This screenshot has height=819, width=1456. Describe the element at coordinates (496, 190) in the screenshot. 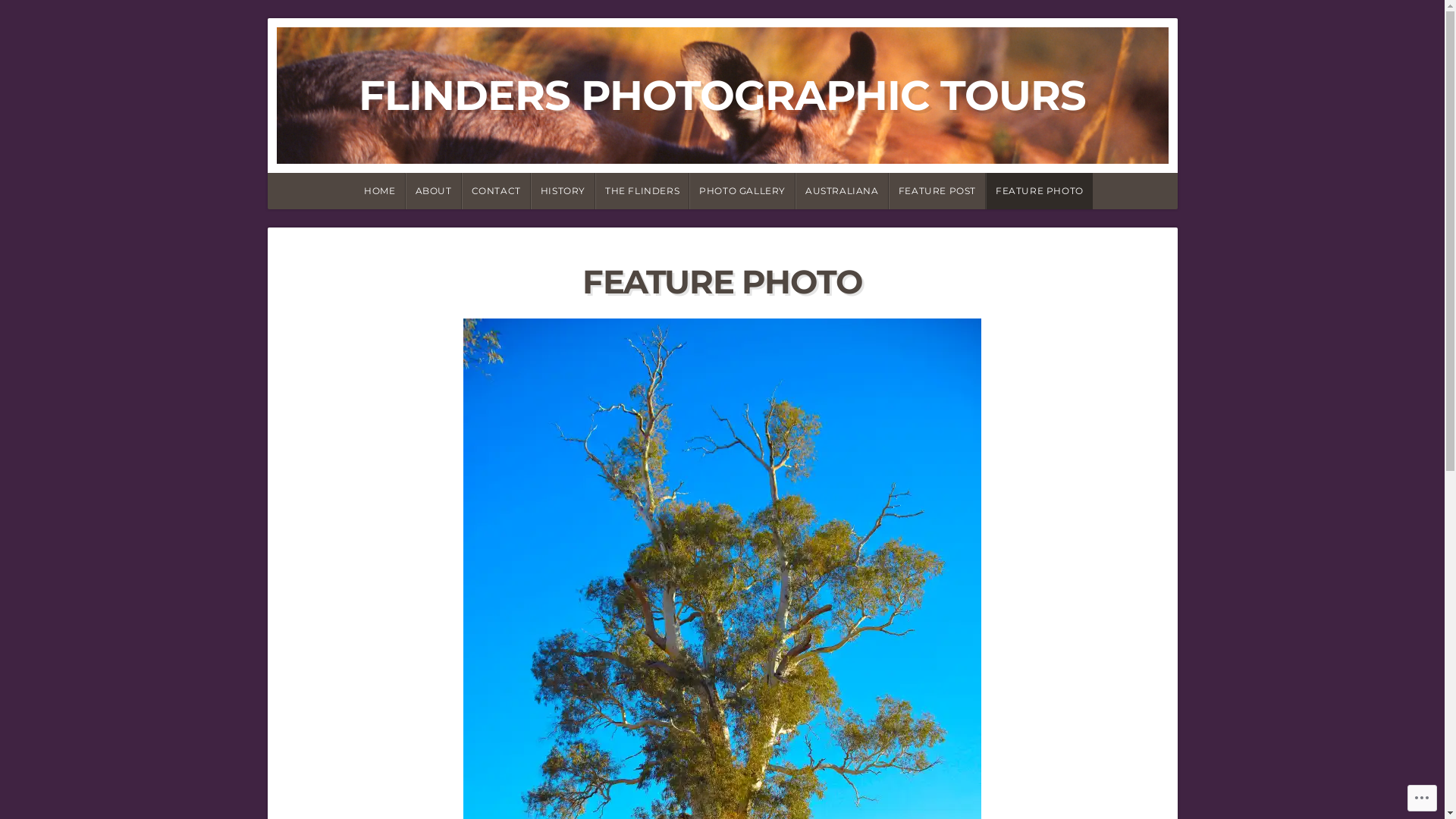

I see `'CONTACT'` at that location.